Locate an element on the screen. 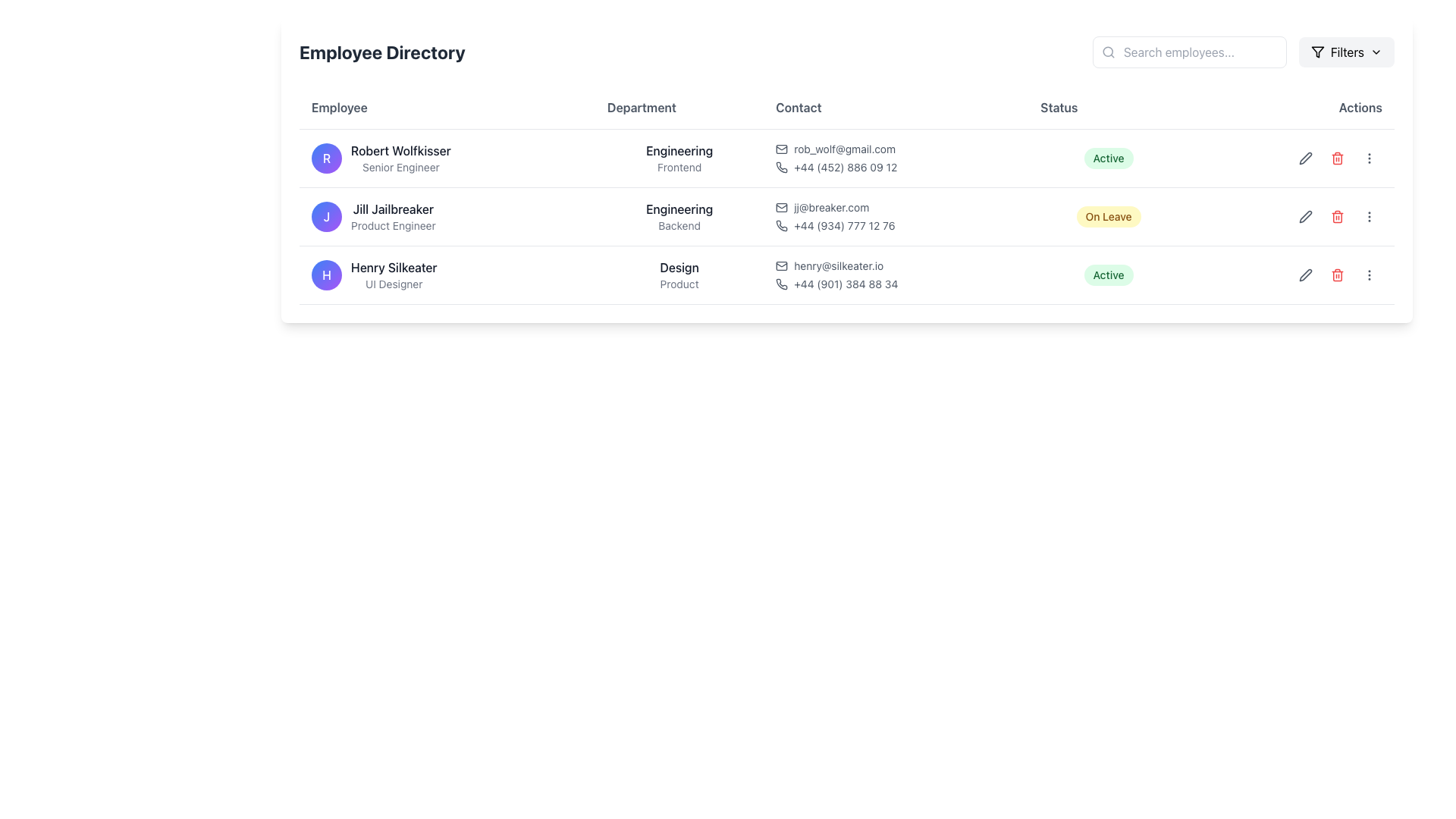 The width and height of the screenshot is (1456, 819). the Information display for contact details of 'Henry Silkeater' to initiate communication via email or phone is located at coordinates (896, 275).